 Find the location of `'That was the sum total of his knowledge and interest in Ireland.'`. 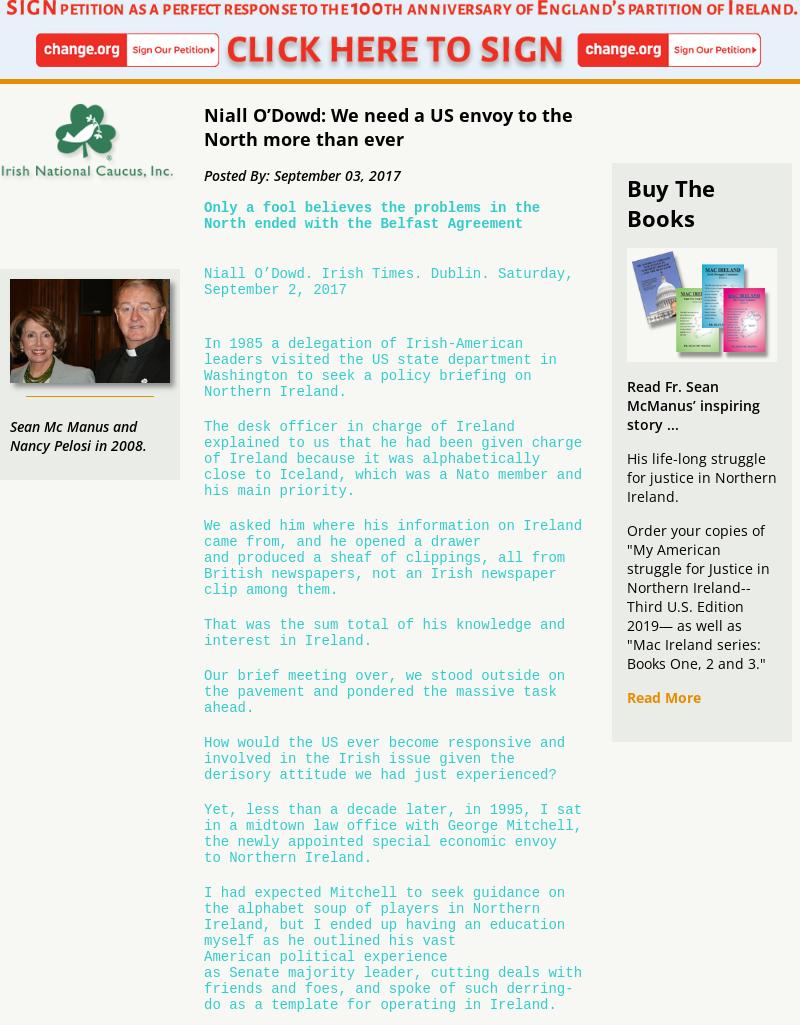

'That was the sum total of his knowledge and interest in Ireland.' is located at coordinates (204, 631).